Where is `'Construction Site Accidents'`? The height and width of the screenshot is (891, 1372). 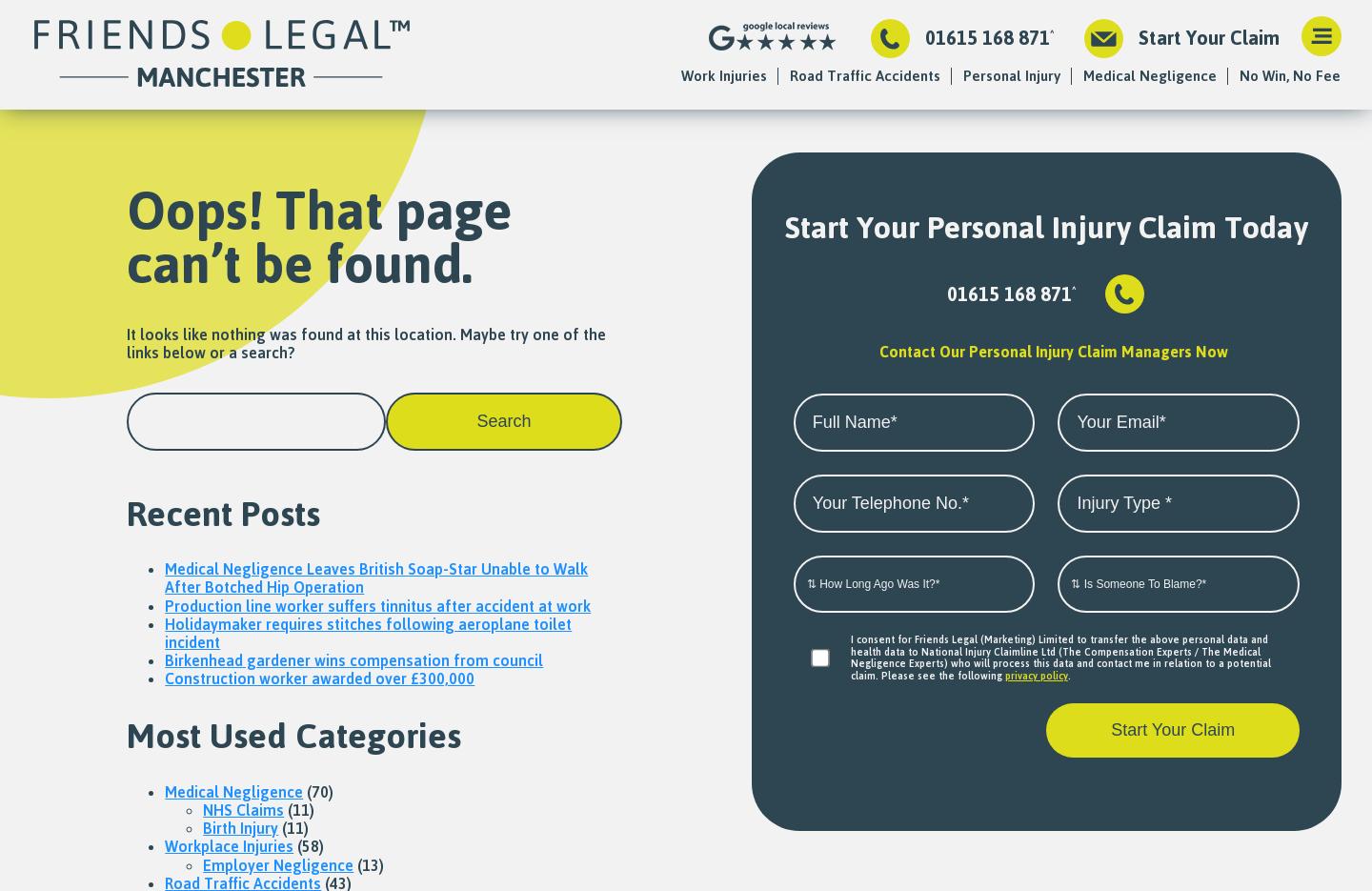
'Construction Site Accidents' is located at coordinates (721, 122).